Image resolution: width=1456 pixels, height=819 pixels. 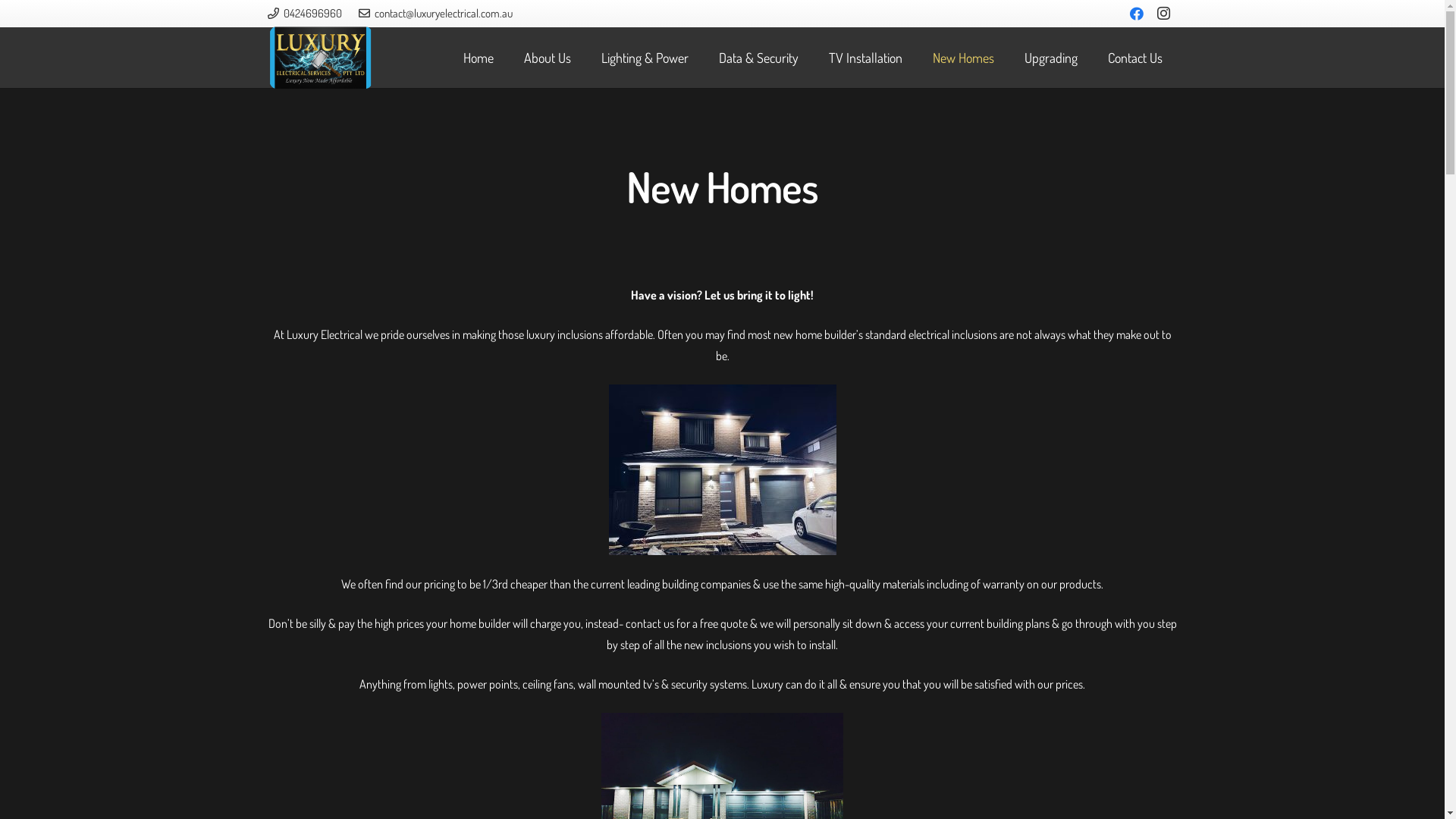 I want to click on 'Facebook', so click(x=1136, y=14).